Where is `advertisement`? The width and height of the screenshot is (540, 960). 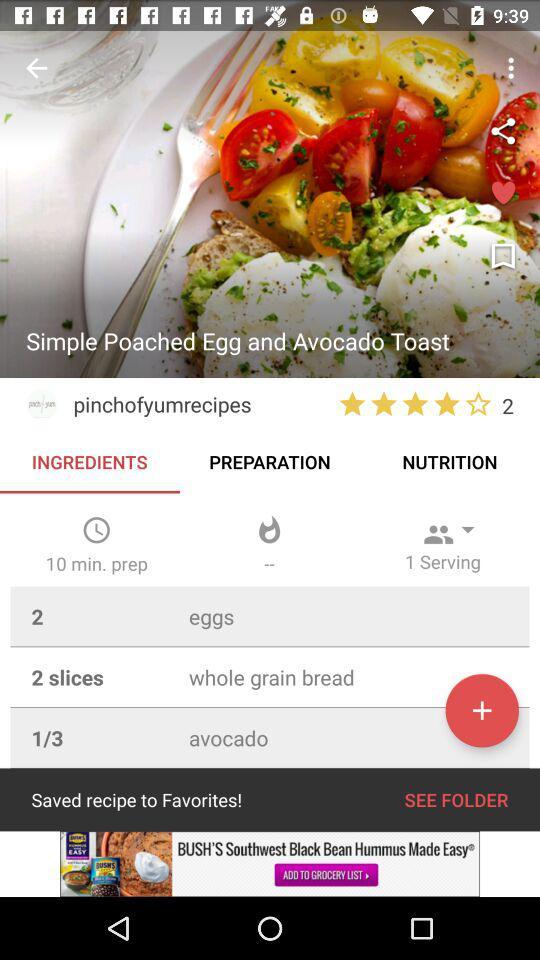
advertisement is located at coordinates (270, 863).